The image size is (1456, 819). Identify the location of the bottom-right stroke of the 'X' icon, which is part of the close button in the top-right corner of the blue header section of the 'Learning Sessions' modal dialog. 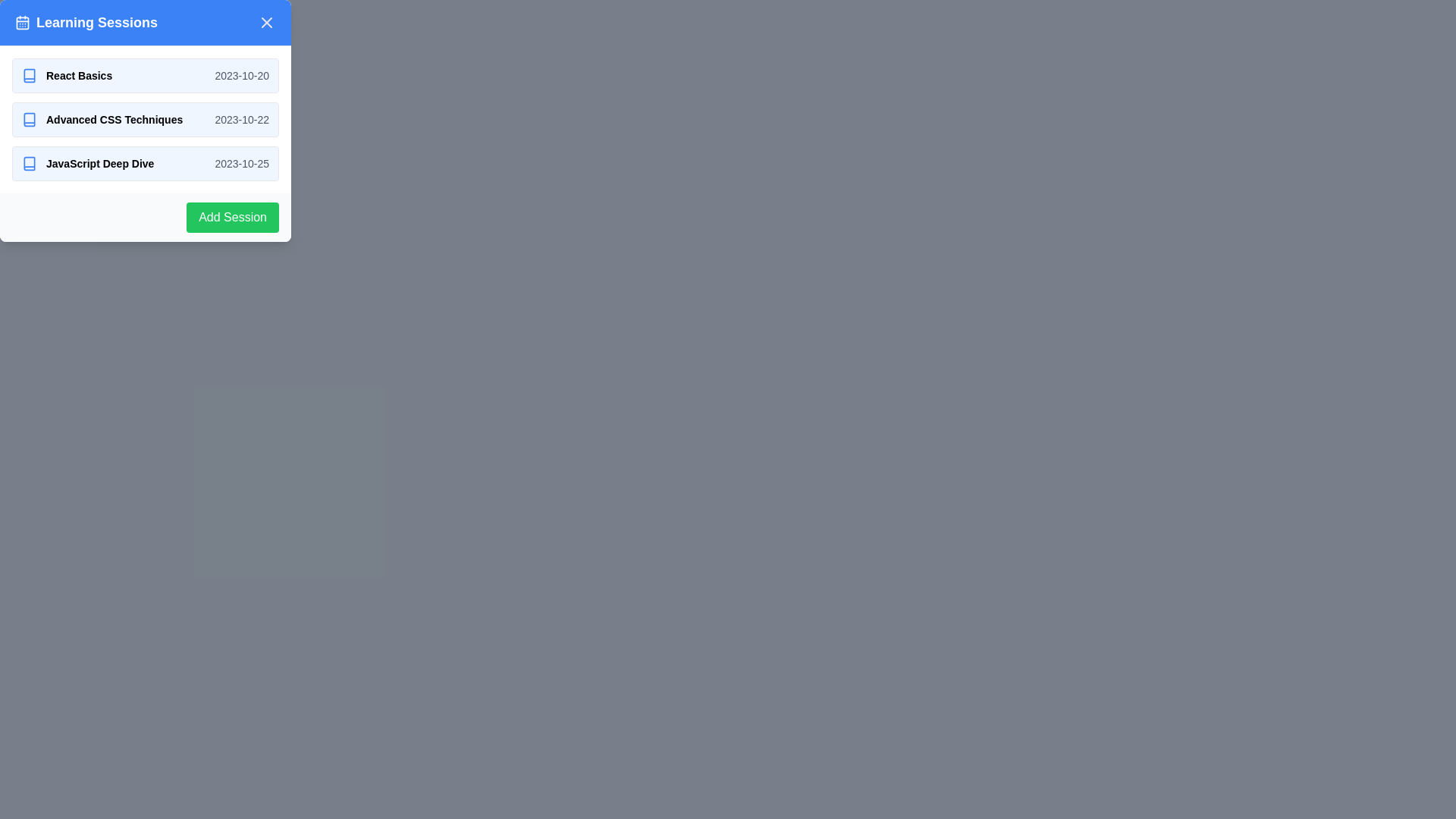
(266, 23).